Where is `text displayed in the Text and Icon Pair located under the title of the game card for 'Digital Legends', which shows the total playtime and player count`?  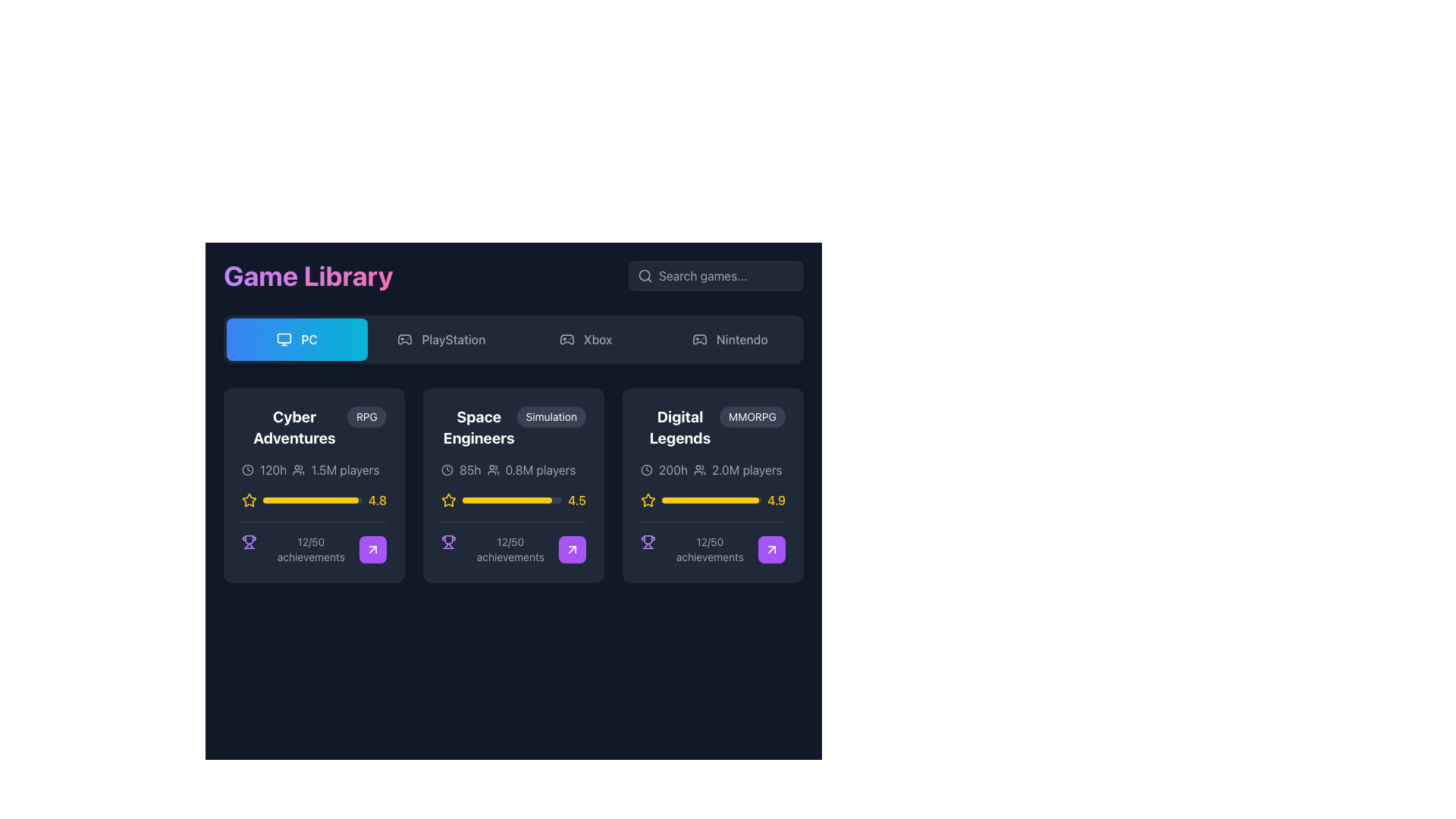
text displayed in the Text and Icon Pair located under the title of the game card for 'Digital Legends', which shows the total playtime and player count is located at coordinates (712, 469).